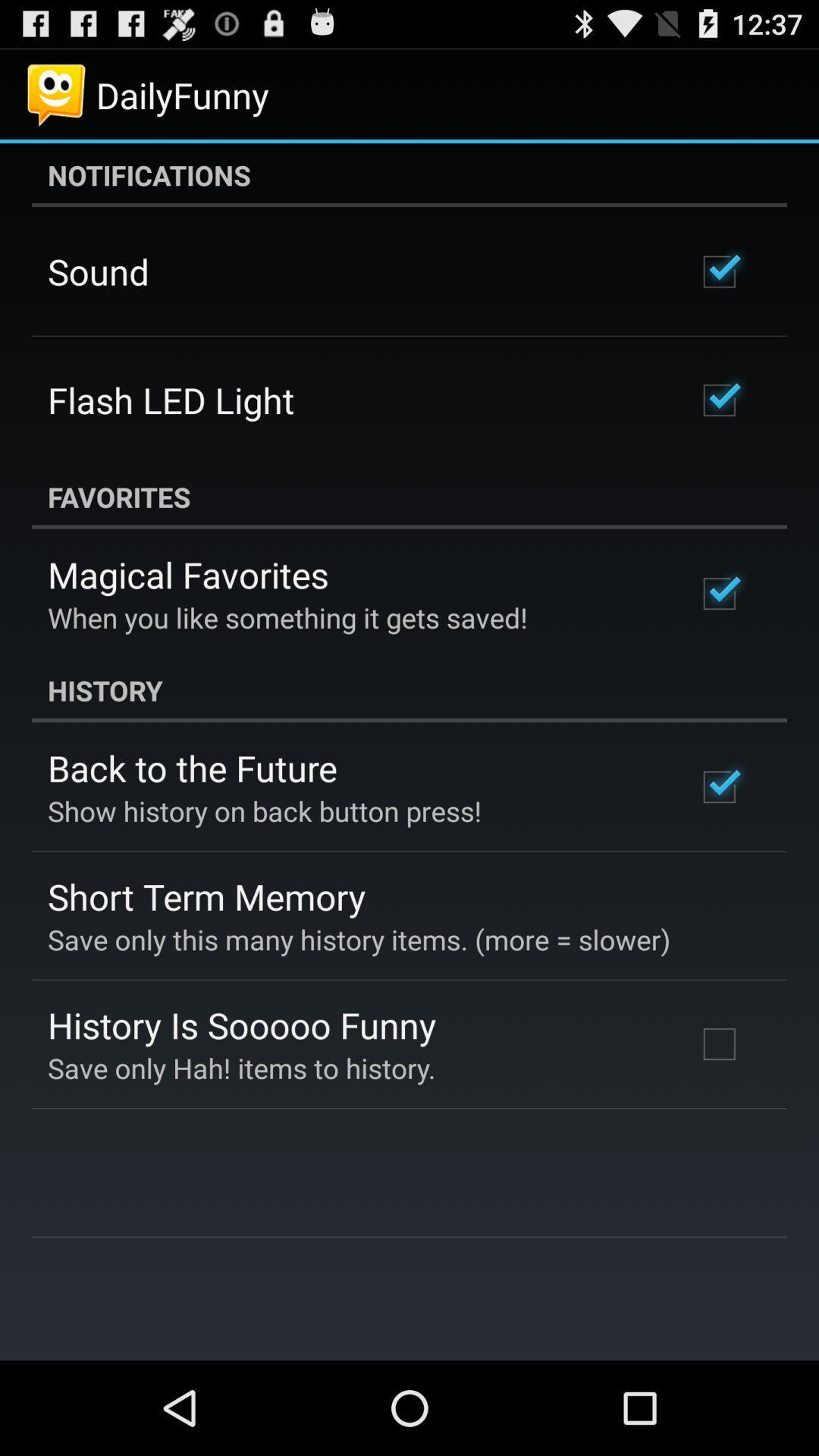 Image resolution: width=819 pixels, height=1456 pixels. I want to click on the back to the item, so click(191, 767).